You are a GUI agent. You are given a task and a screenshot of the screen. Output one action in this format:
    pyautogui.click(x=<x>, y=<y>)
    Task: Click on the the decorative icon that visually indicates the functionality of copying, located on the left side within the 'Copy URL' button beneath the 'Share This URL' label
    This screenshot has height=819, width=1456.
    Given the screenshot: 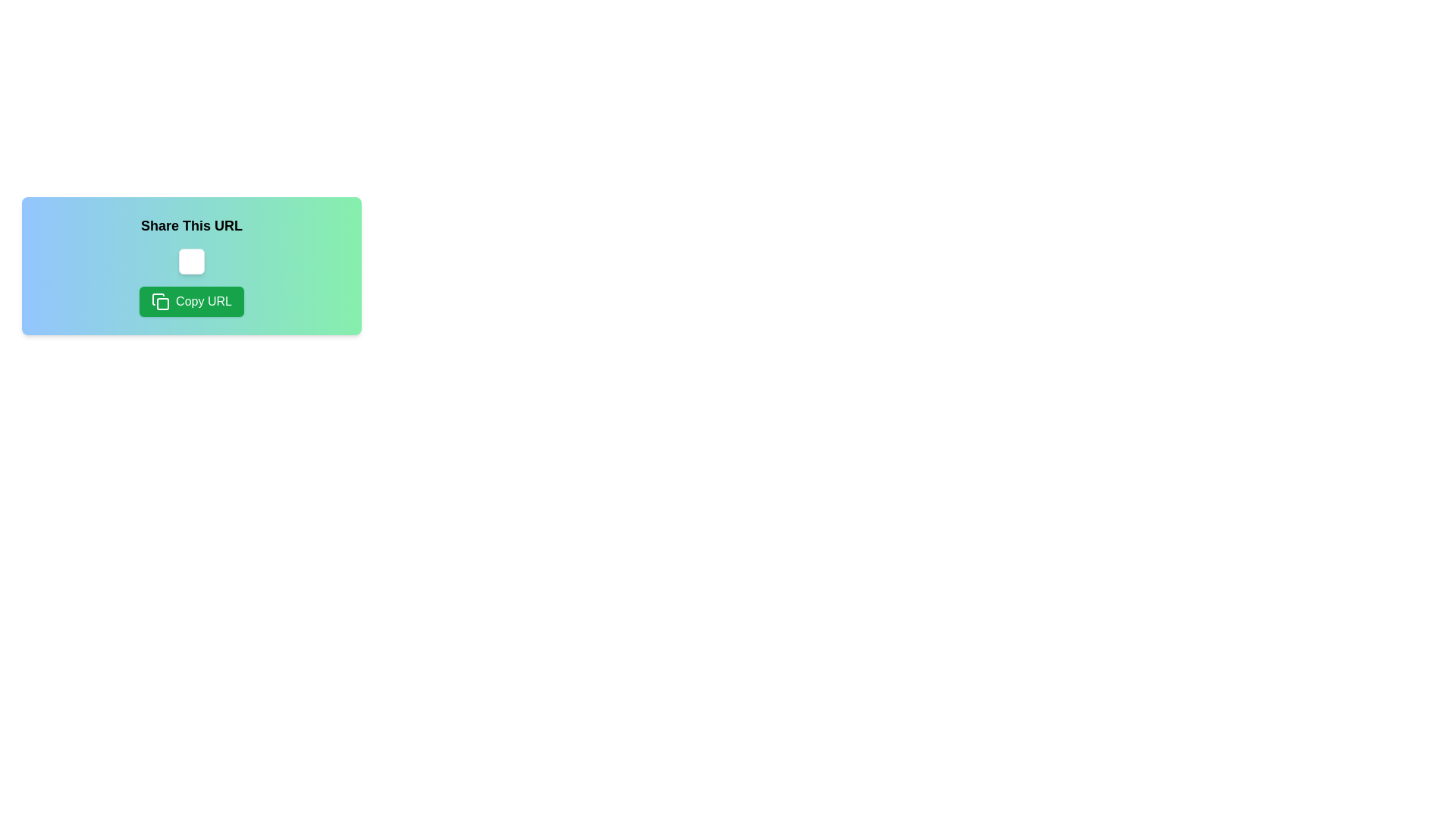 What is the action you would take?
    pyautogui.click(x=161, y=301)
    